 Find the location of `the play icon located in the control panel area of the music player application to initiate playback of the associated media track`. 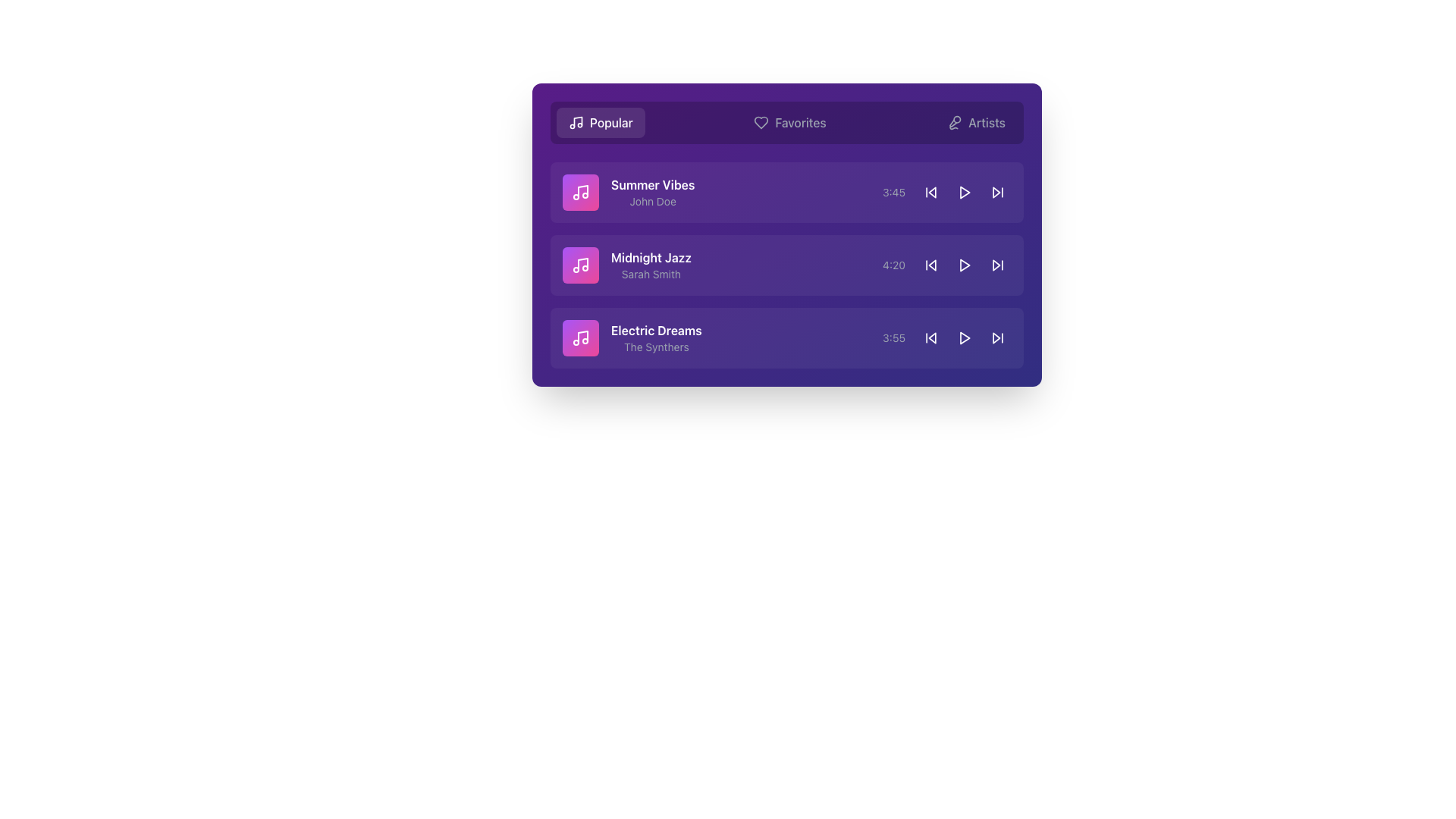

the play icon located in the control panel area of the music player application to initiate playback of the associated media track is located at coordinates (964, 192).